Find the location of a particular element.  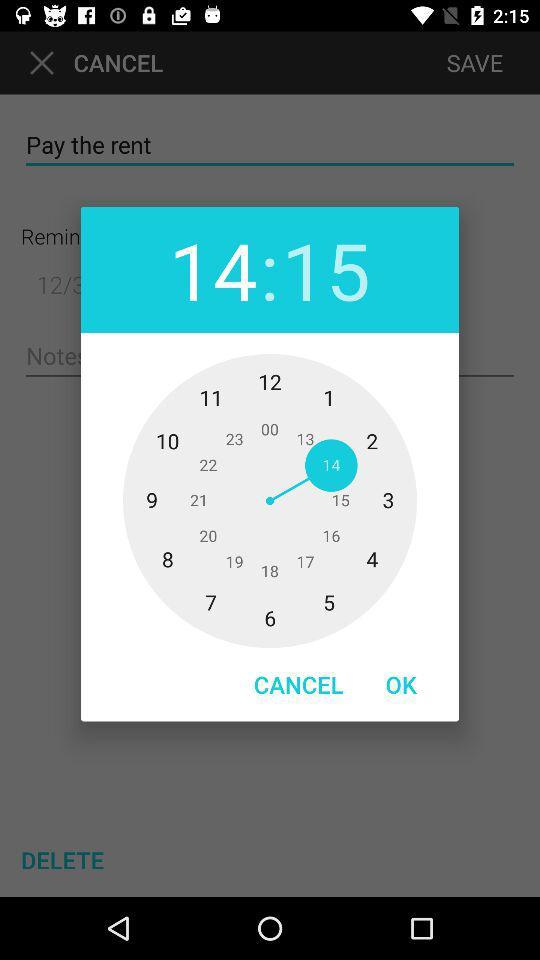

the 14 item is located at coordinates (212, 268).